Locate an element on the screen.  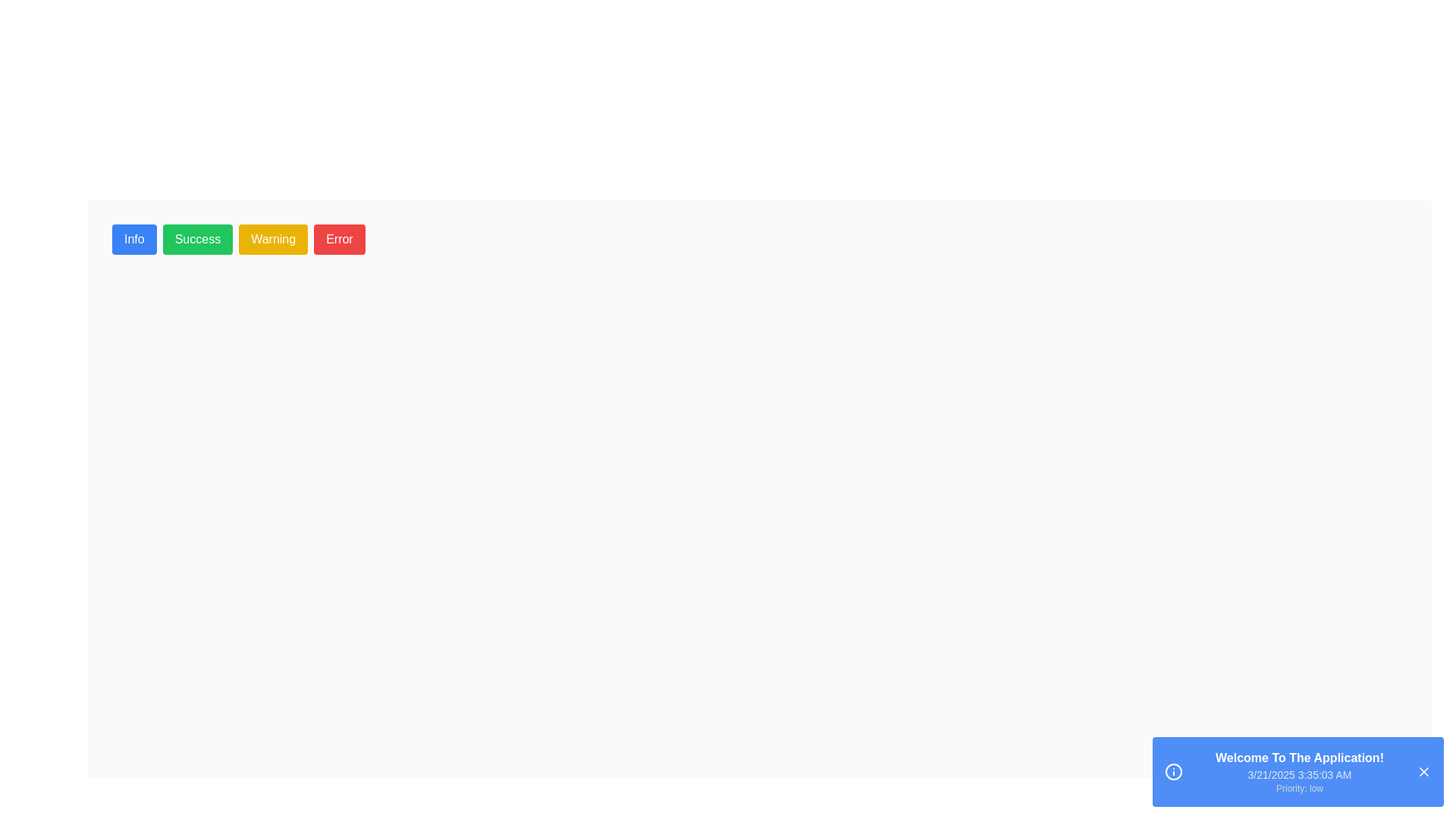
the 'Error' button, which is the fourth button from the left in a horizontal group of four buttons, featuring white text on a red background is located at coordinates (338, 239).